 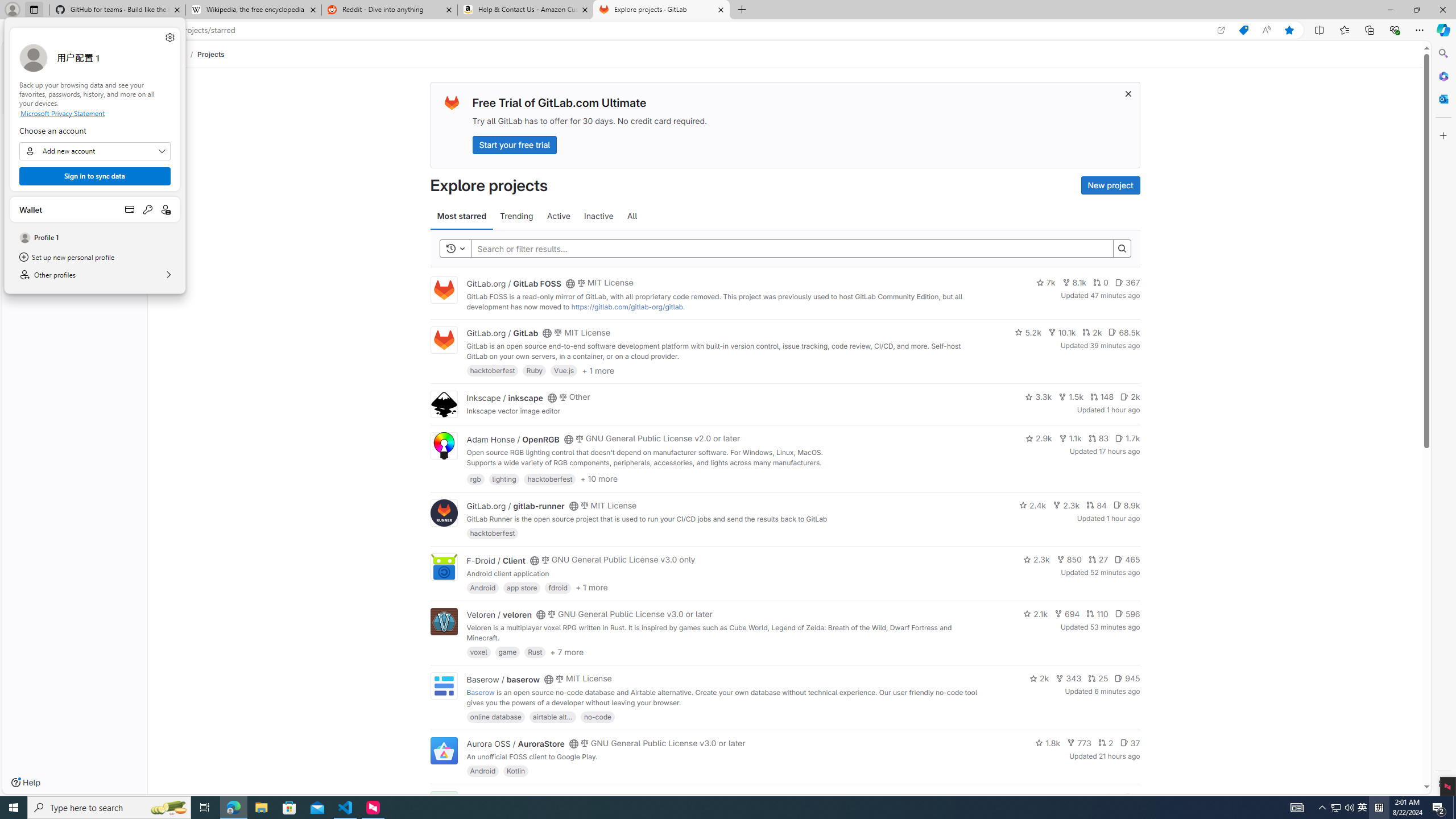 What do you see at coordinates (558, 586) in the screenshot?
I see `'fdroid'` at bounding box center [558, 586].